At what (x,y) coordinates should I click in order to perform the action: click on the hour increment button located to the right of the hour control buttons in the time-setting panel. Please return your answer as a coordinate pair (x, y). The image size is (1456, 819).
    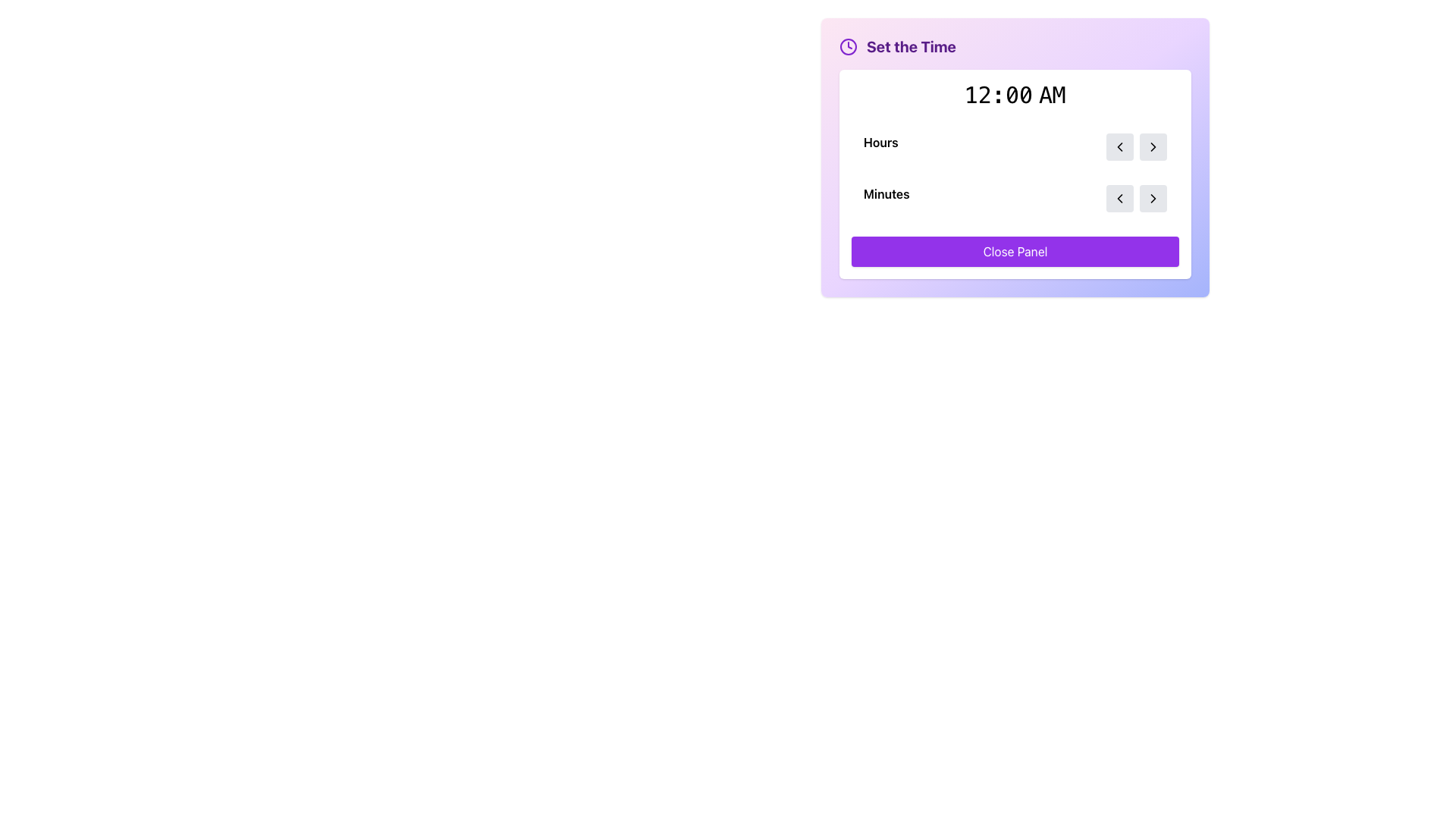
    Looking at the image, I should click on (1153, 146).